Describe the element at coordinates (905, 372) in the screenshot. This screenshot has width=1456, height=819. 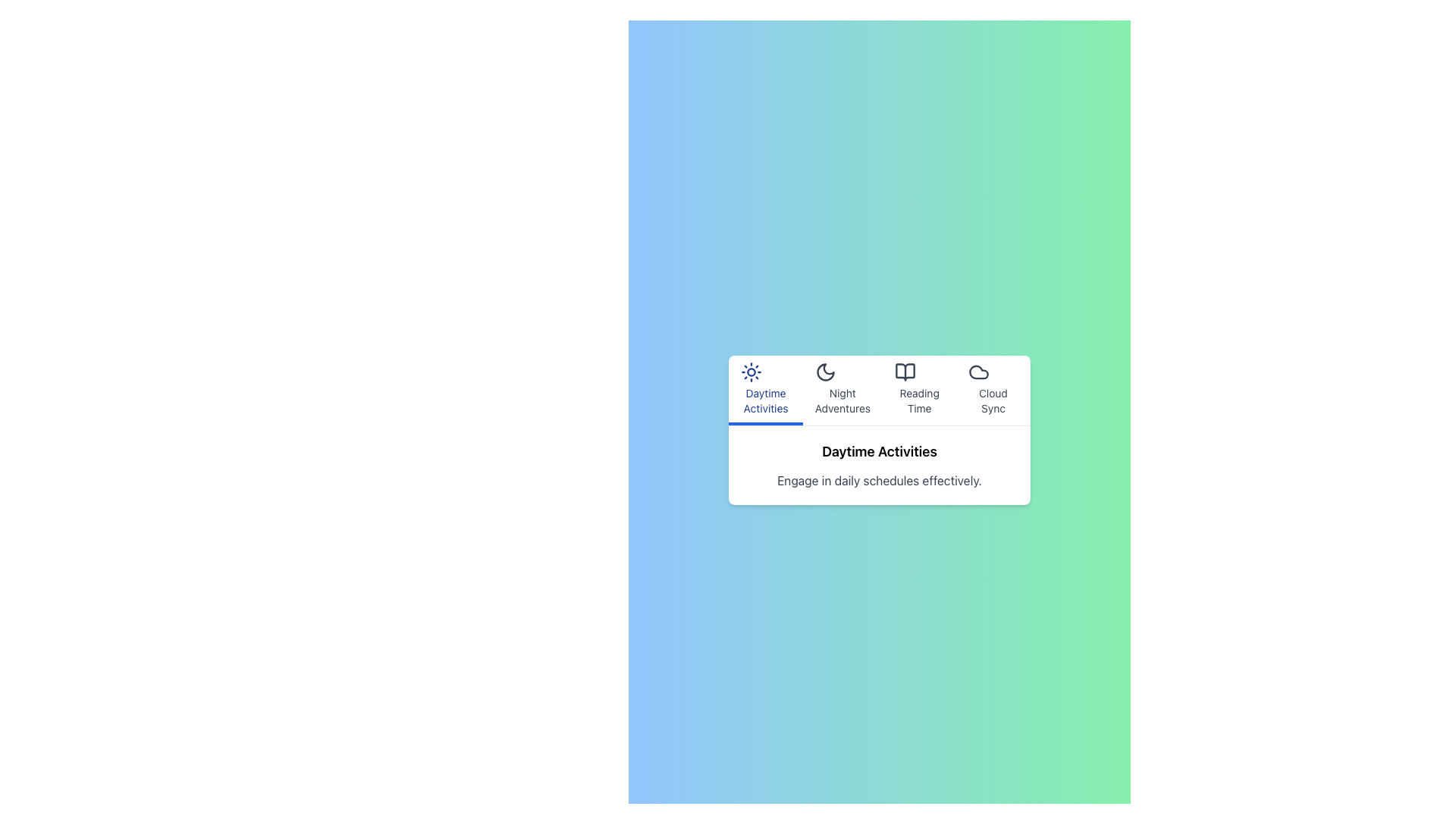
I see `the stylized open book icon, which is the third icon from the left in a horizontal row of four icons` at that location.